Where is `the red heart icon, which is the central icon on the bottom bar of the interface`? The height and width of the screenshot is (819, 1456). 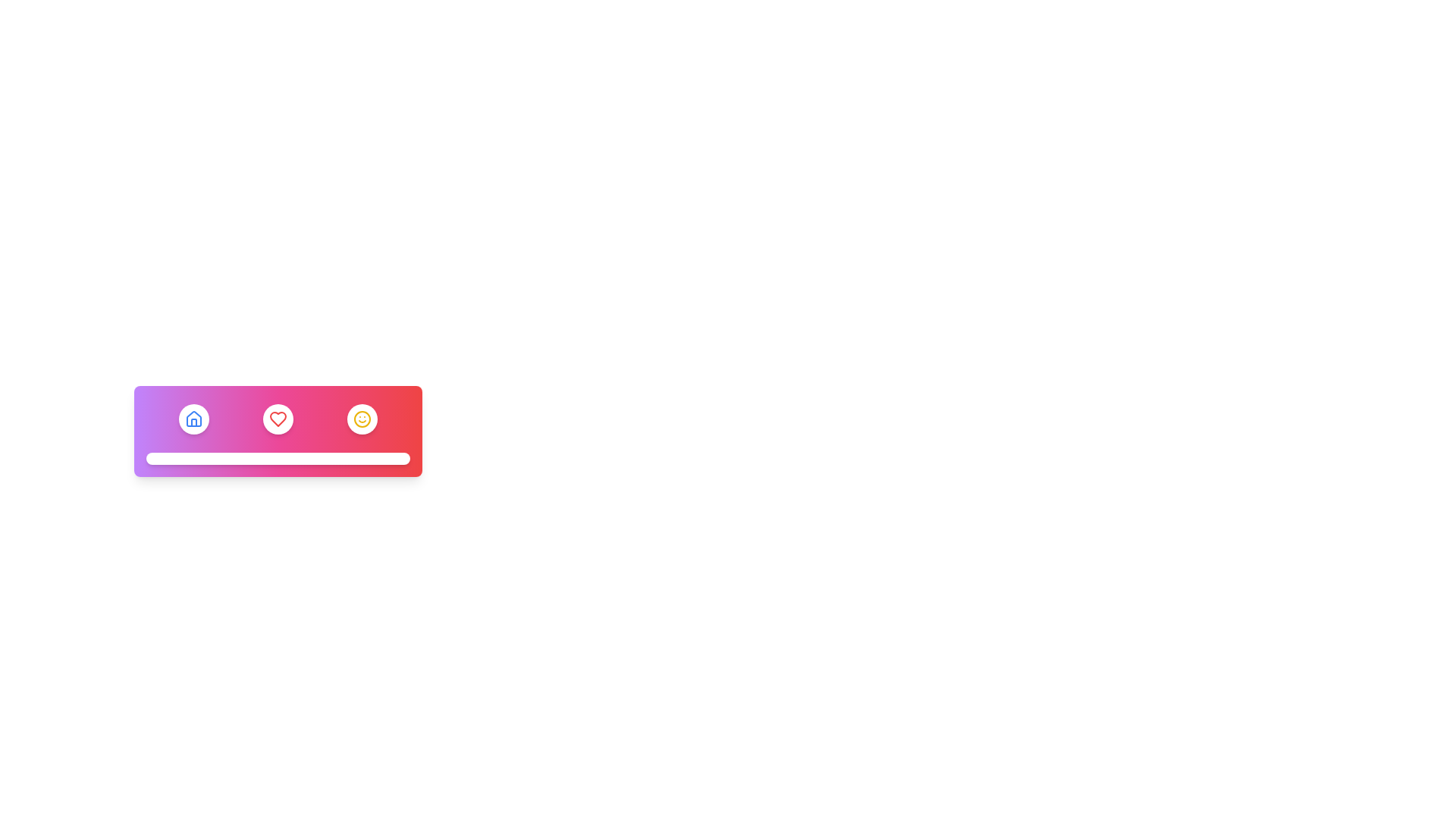
the red heart icon, which is the central icon on the bottom bar of the interface is located at coordinates (278, 419).